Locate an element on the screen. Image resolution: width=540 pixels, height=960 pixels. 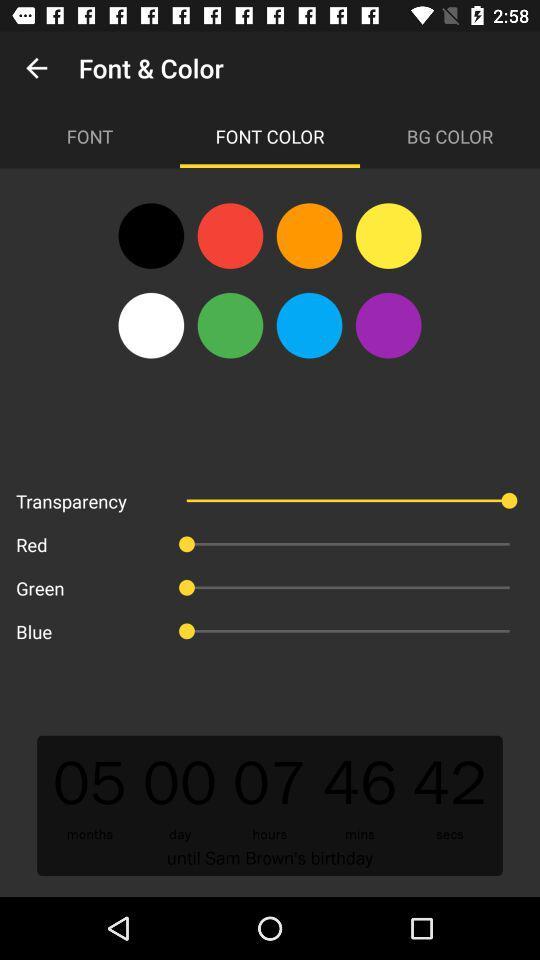
item to the left of the font & color item is located at coordinates (36, 68).